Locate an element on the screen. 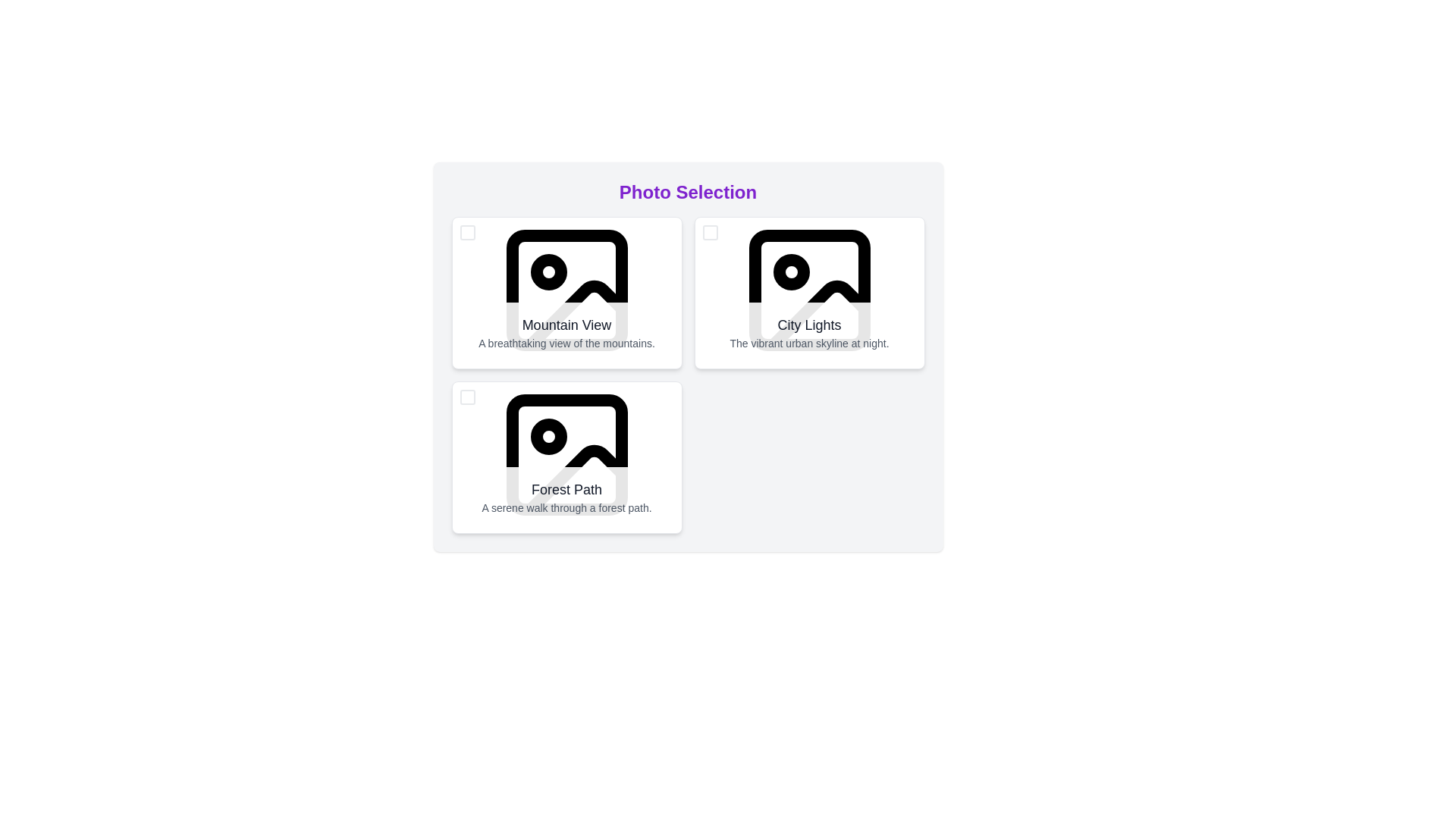  the selectable card located at the top-right corner of the gallery interface is located at coordinates (808, 290).